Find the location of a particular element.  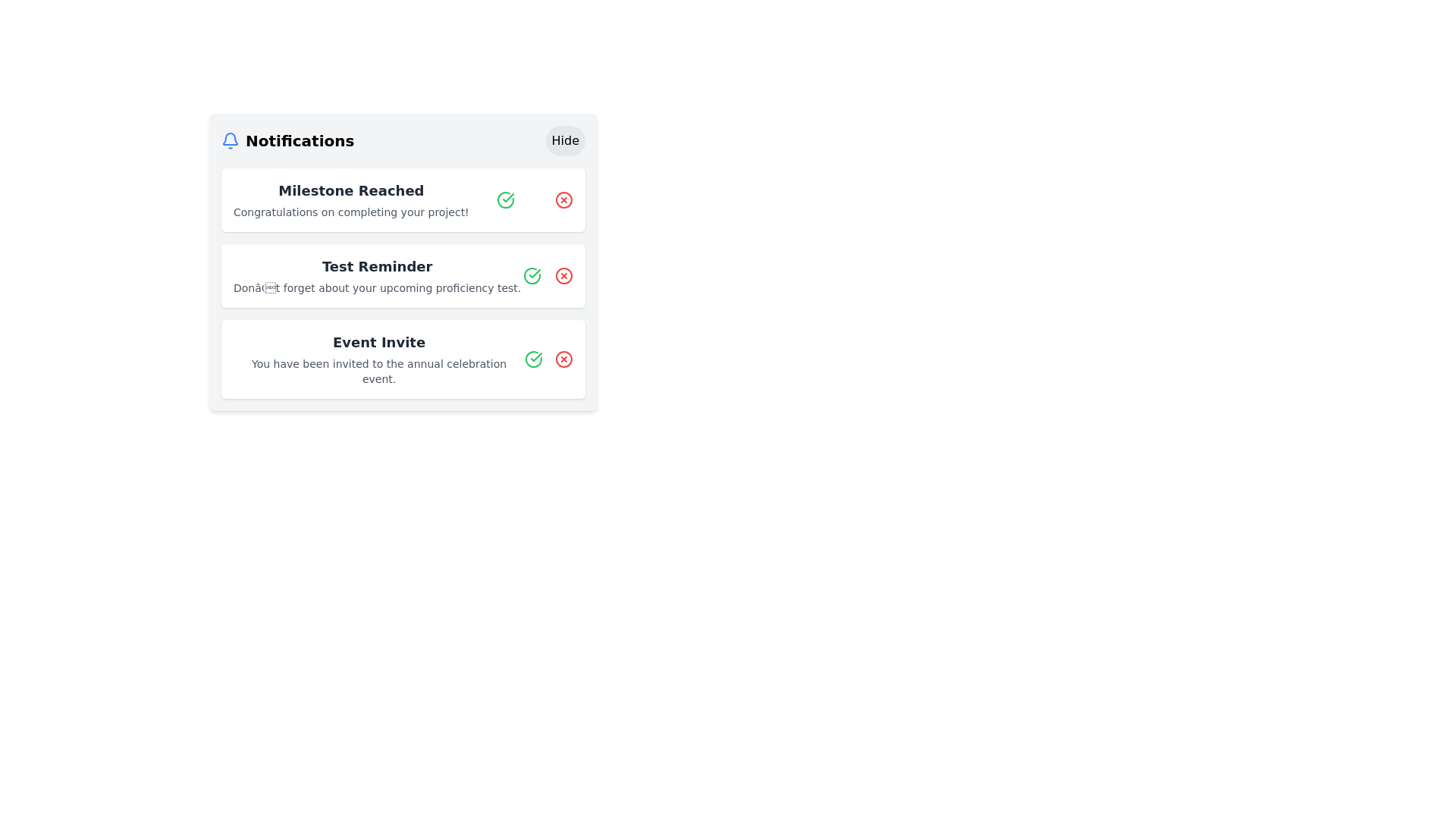

the red circular dismiss button with a cross (X) inside, located next to the 'Test Reminder' notification is located at coordinates (563, 275).